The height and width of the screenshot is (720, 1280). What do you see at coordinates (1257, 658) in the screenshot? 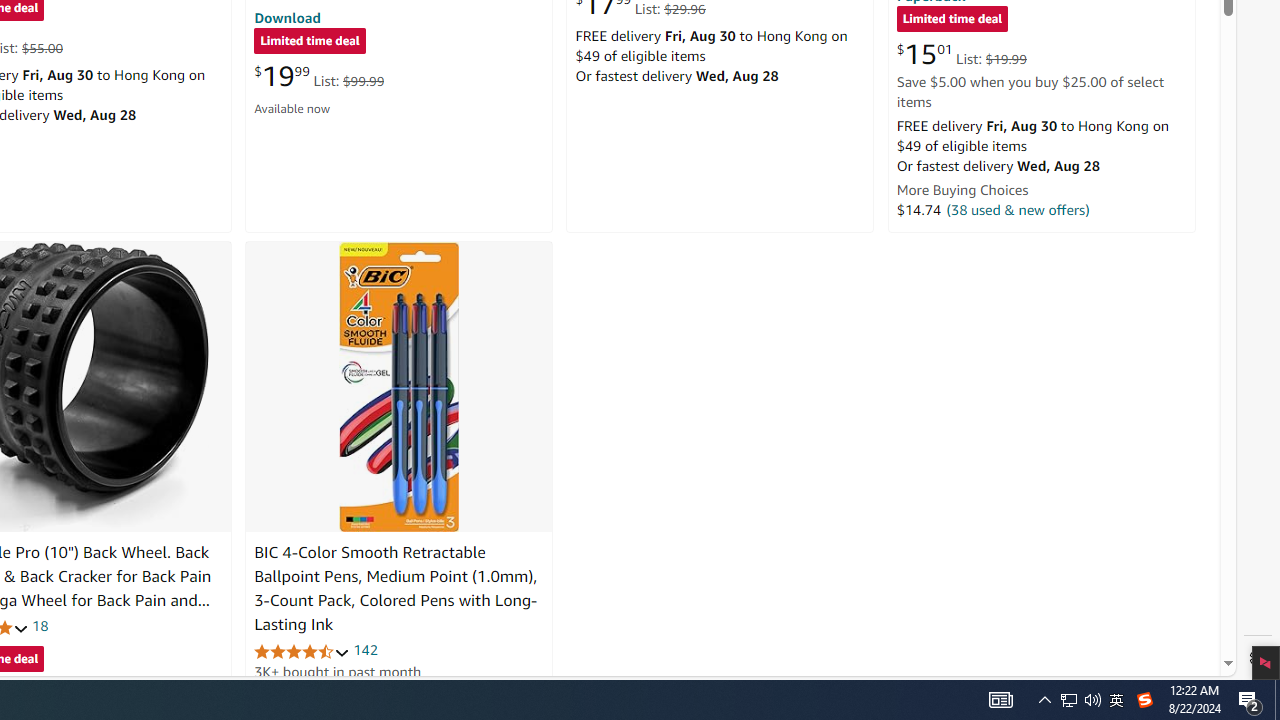
I see `'Settings'` at bounding box center [1257, 658].